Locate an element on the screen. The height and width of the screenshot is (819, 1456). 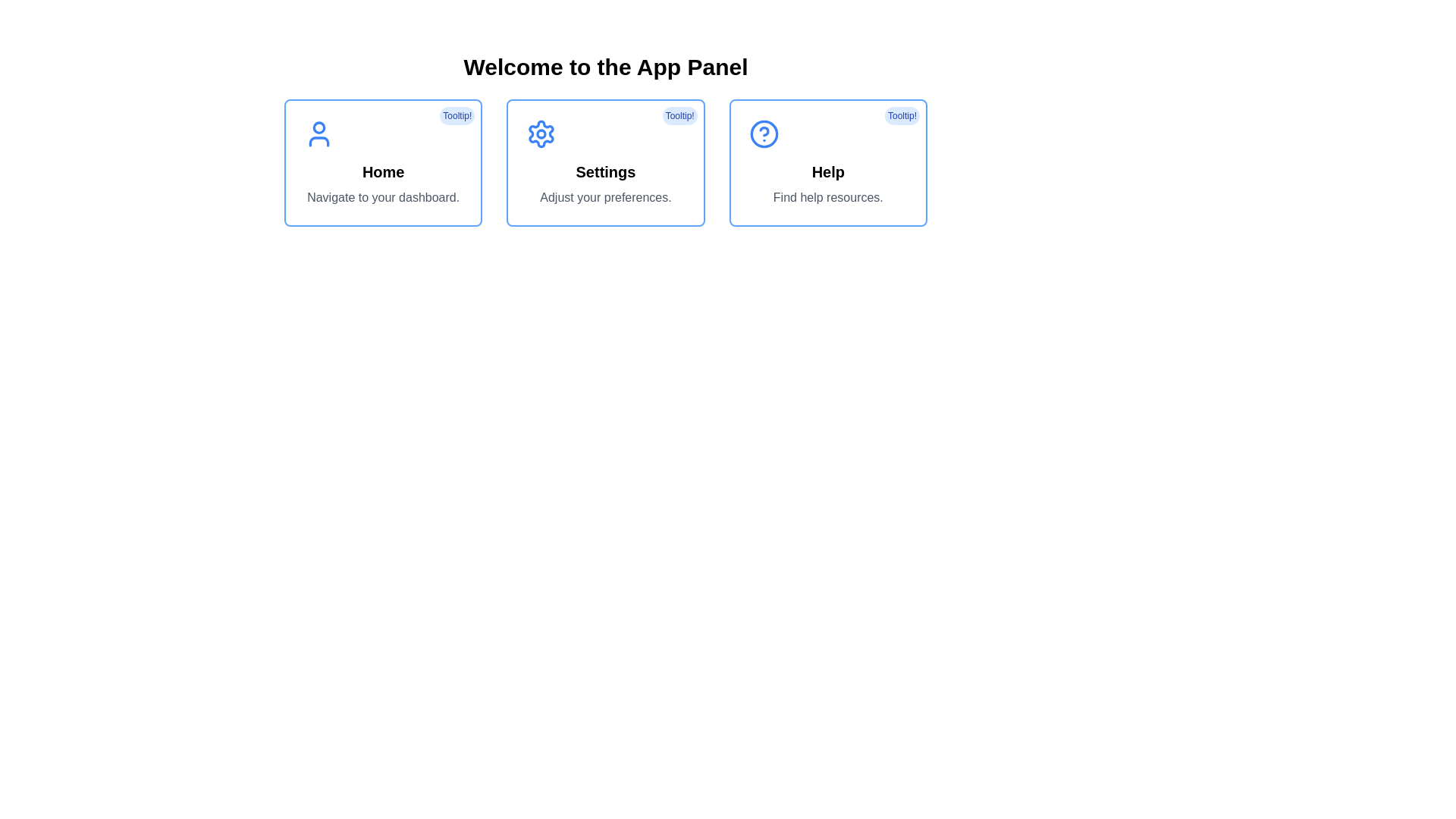
the first interactive card located at the top-left of the grid layout is located at coordinates (383, 163).